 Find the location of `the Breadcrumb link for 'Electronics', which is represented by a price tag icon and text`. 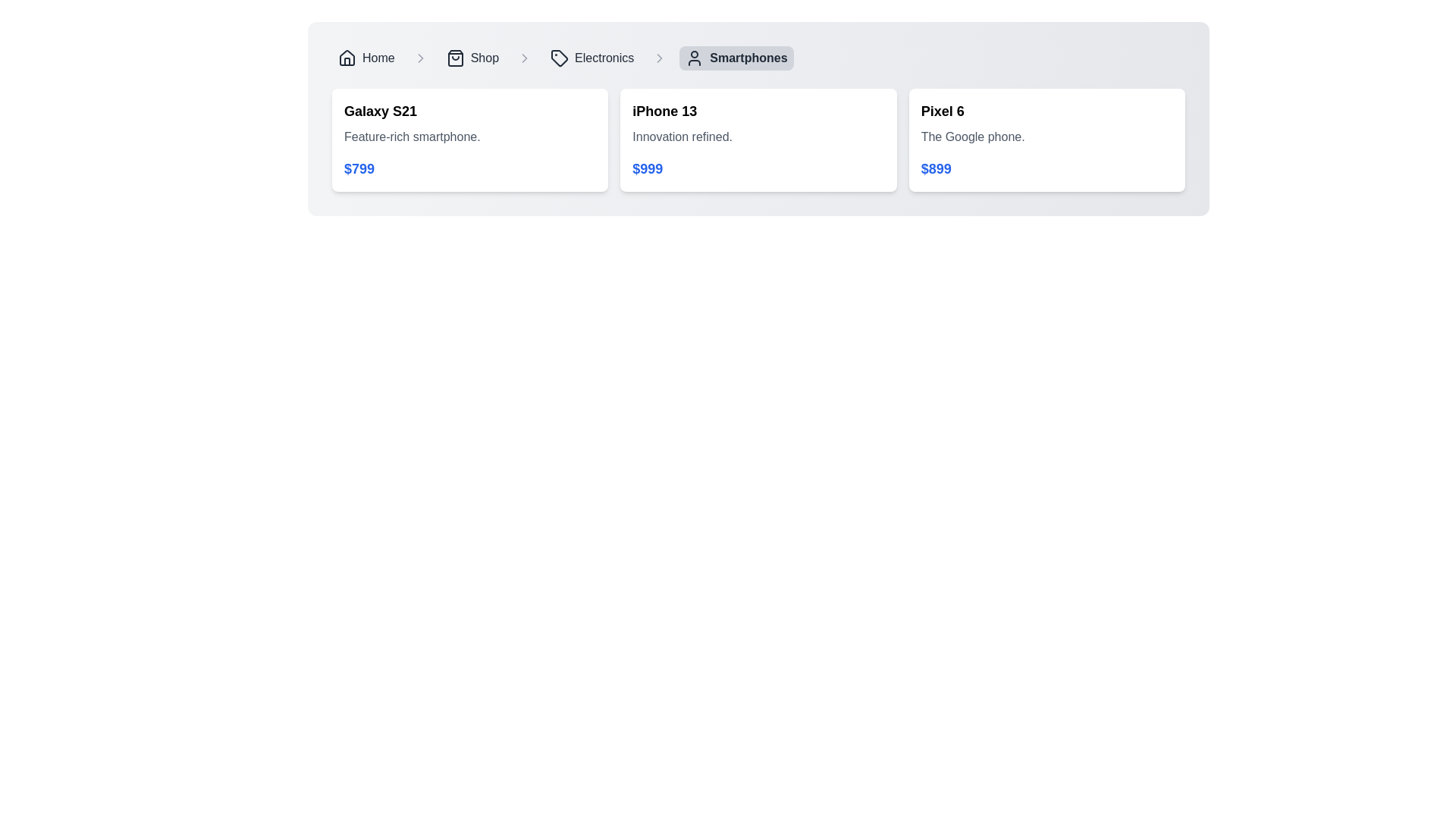

the Breadcrumb link for 'Electronics', which is represented by a price tag icon and text is located at coordinates (591, 58).